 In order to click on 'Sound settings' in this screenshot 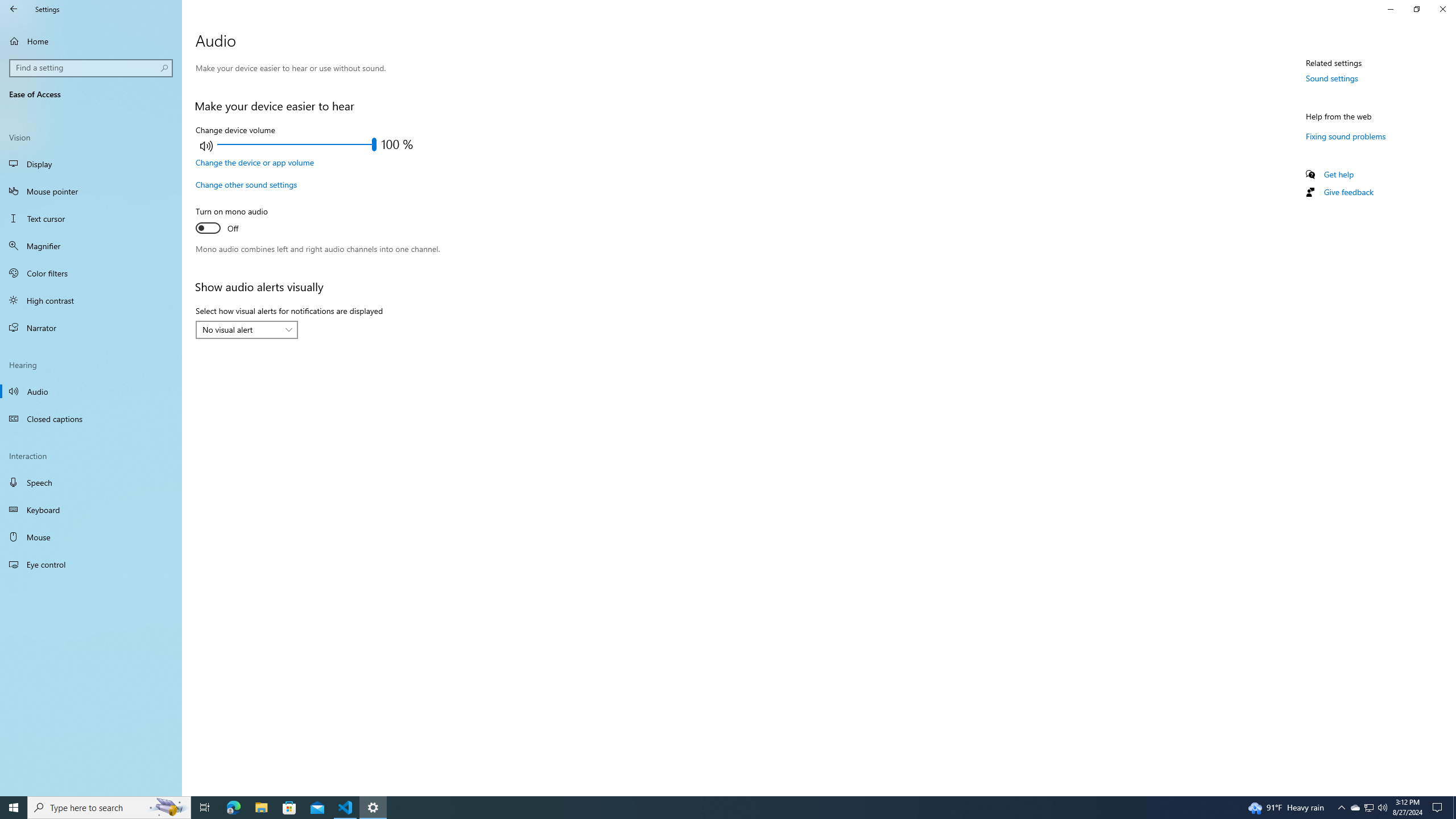, I will do `click(1331, 78)`.